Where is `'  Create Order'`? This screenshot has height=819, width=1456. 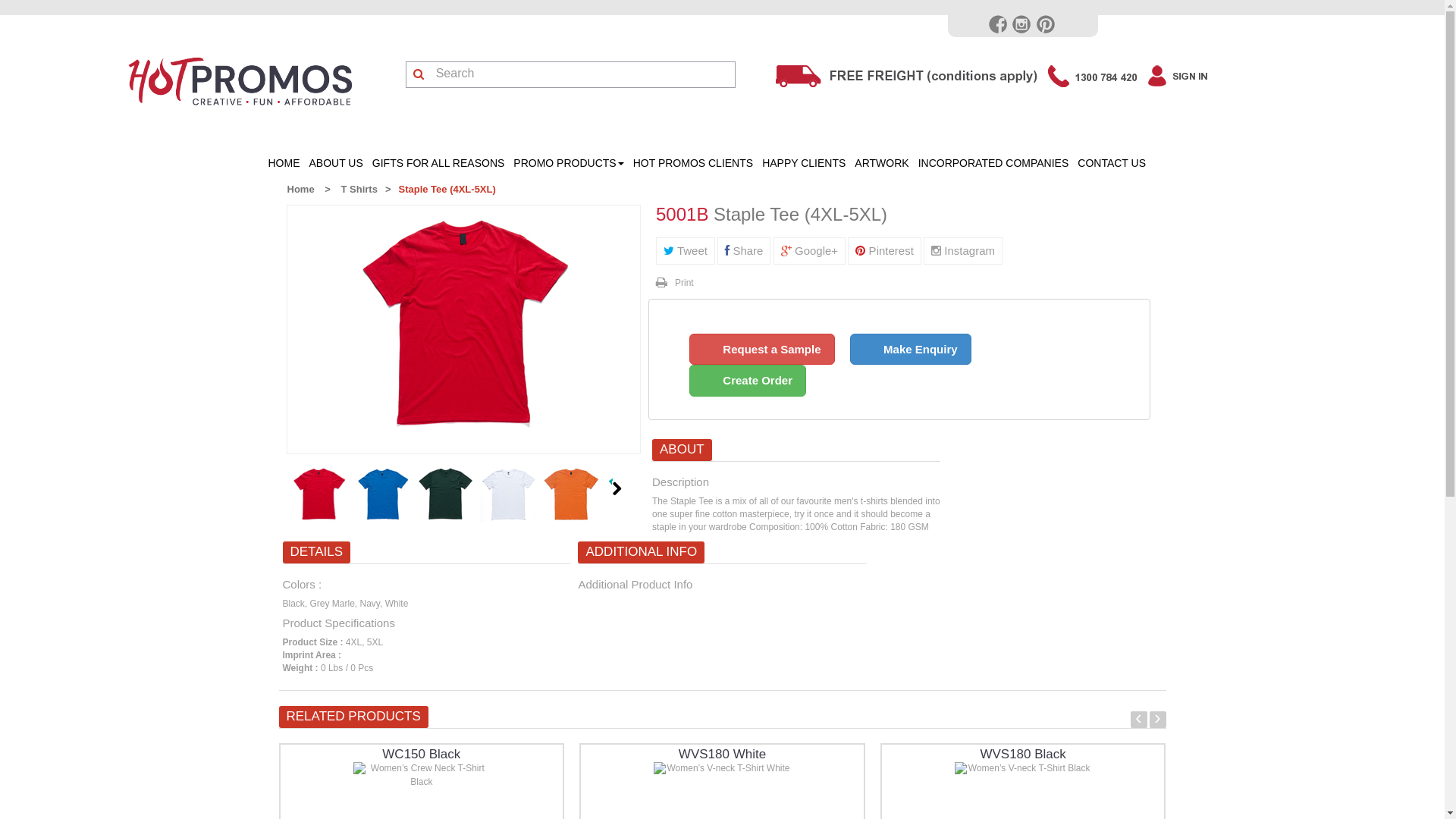
'  Create Order' is located at coordinates (747, 379).